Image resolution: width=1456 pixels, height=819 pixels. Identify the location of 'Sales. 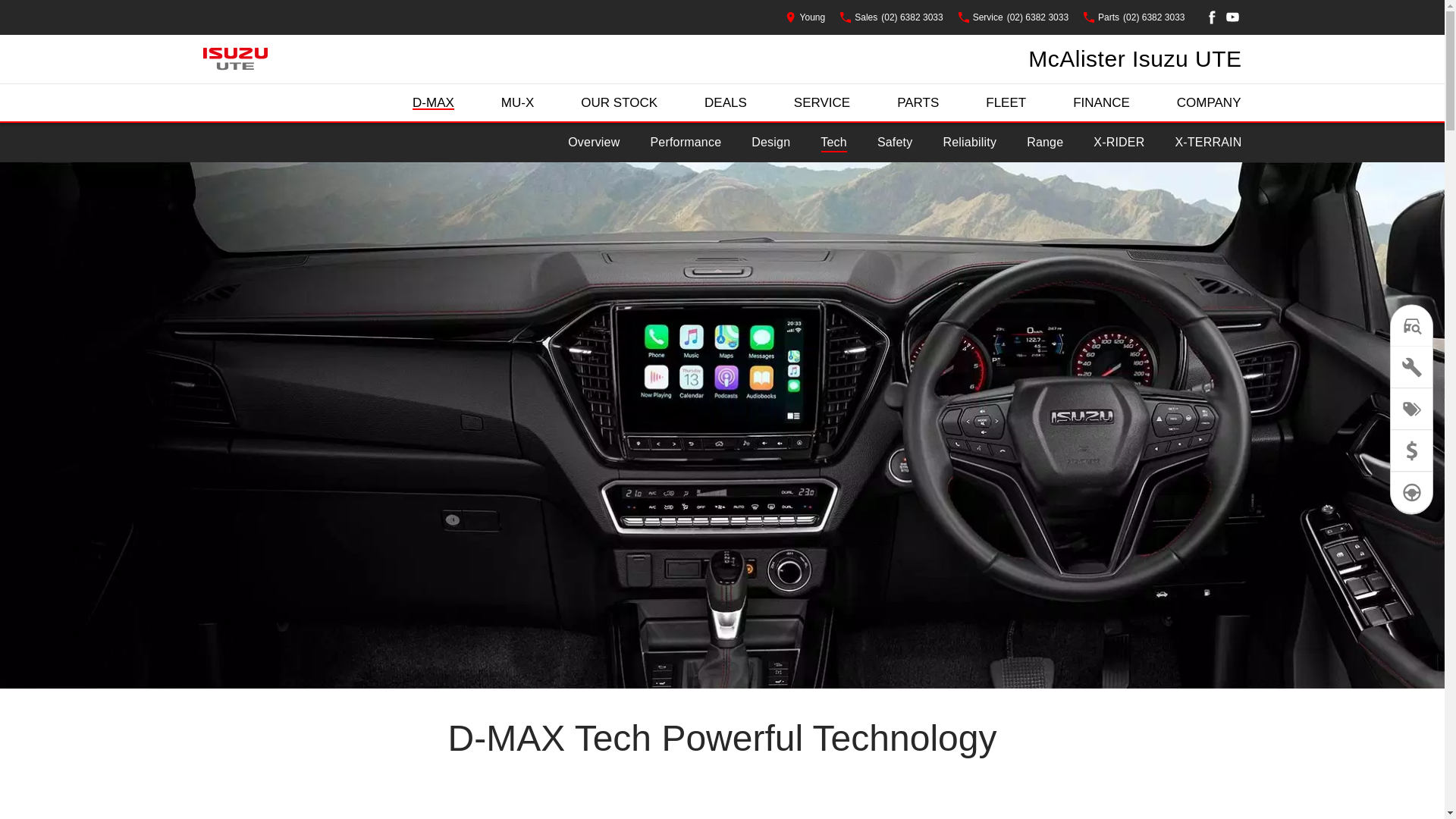
(891, 17).